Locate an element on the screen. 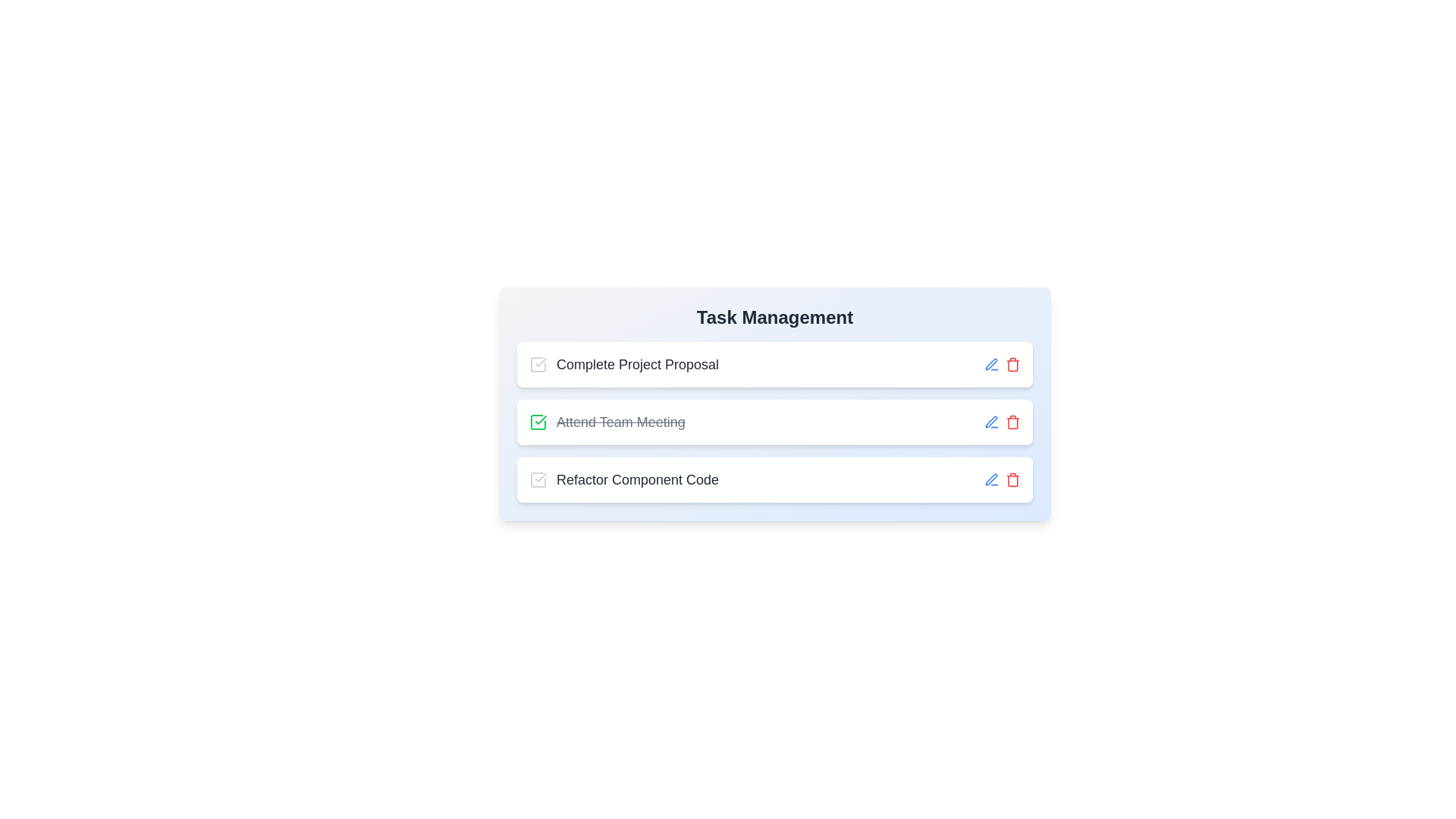  the green check mark icon representing task completion status for the 'Attend Team Meeting' task is located at coordinates (538, 422).